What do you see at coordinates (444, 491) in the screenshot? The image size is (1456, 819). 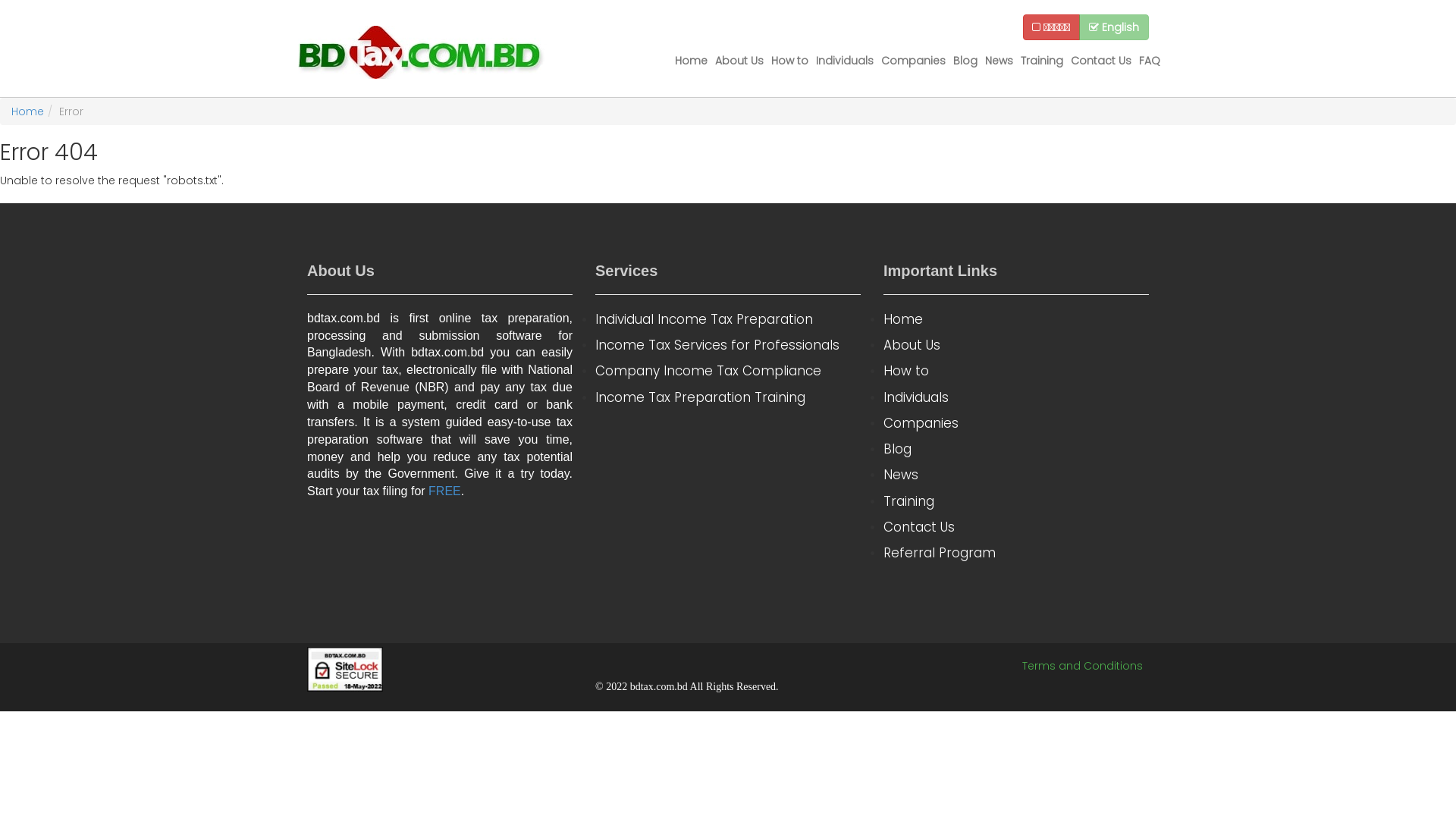 I see `'FREE'` at bounding box center [444, 491].